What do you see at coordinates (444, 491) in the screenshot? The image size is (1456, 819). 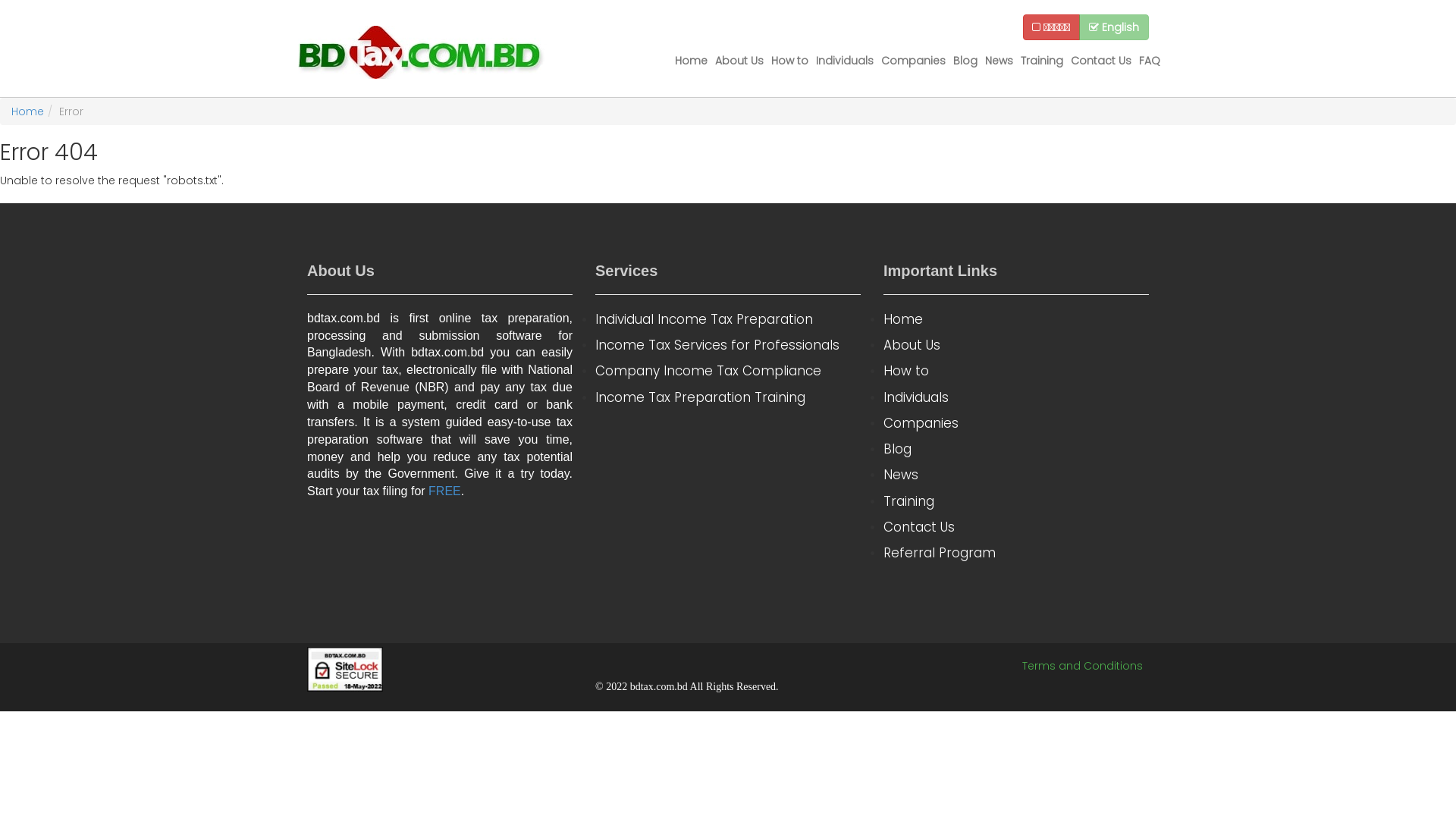 I see `'FREE'` at bounding box center [444, 491].